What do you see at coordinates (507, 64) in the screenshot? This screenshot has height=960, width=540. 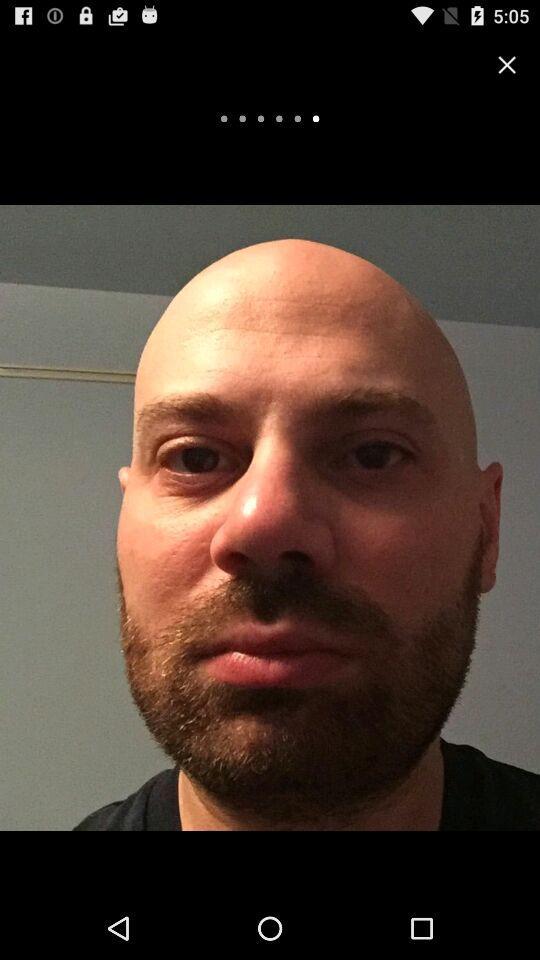 I see `option` at bounding box center [507, 64].